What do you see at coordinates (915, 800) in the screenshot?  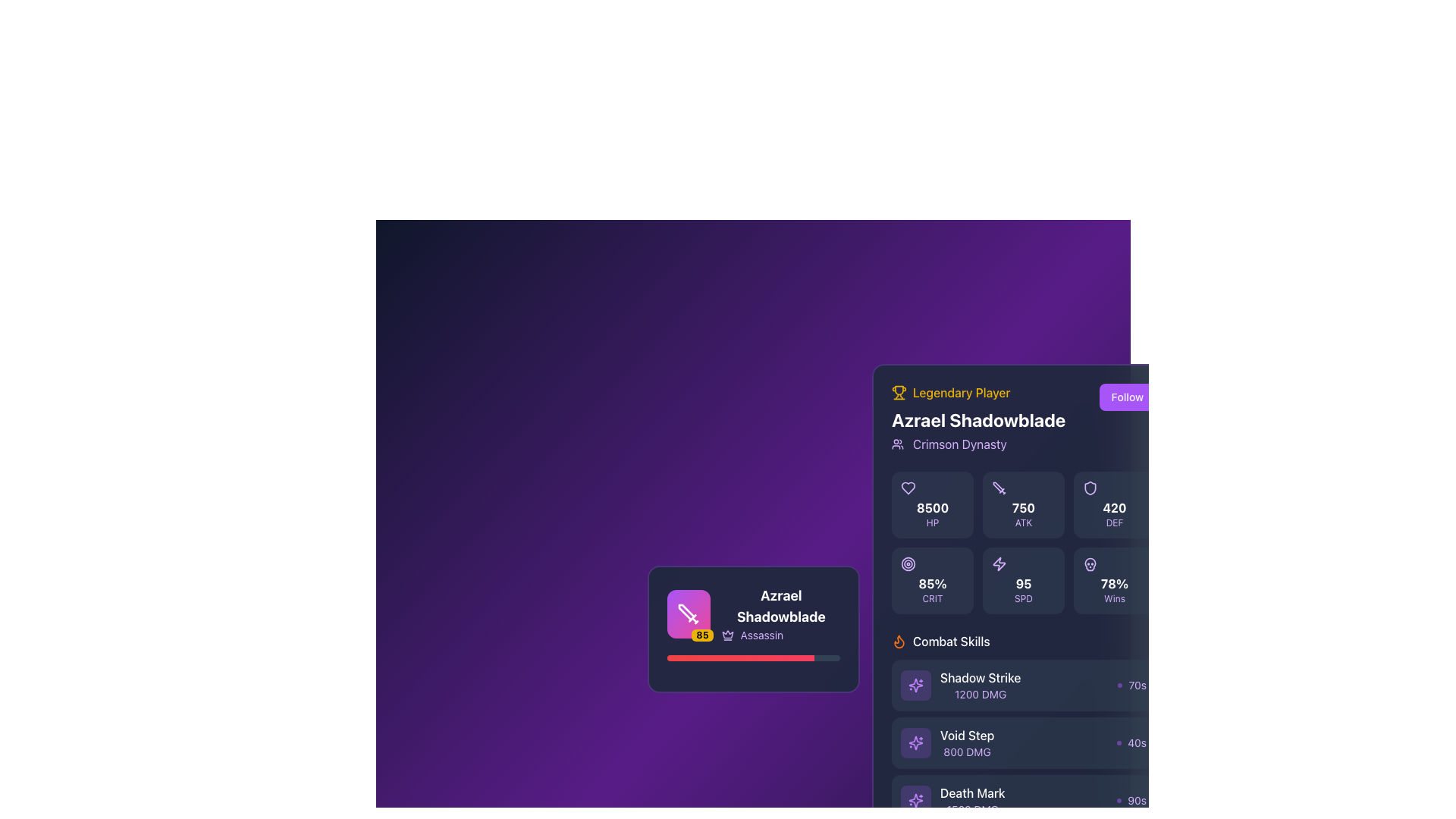 I see `the circular glyph icon with a purple background and star-like design, located within the 'Death Mark' combat skill entry, to the left of the '1500 DMG' and 'Death Mark' text` at bounding box center [915, 800].